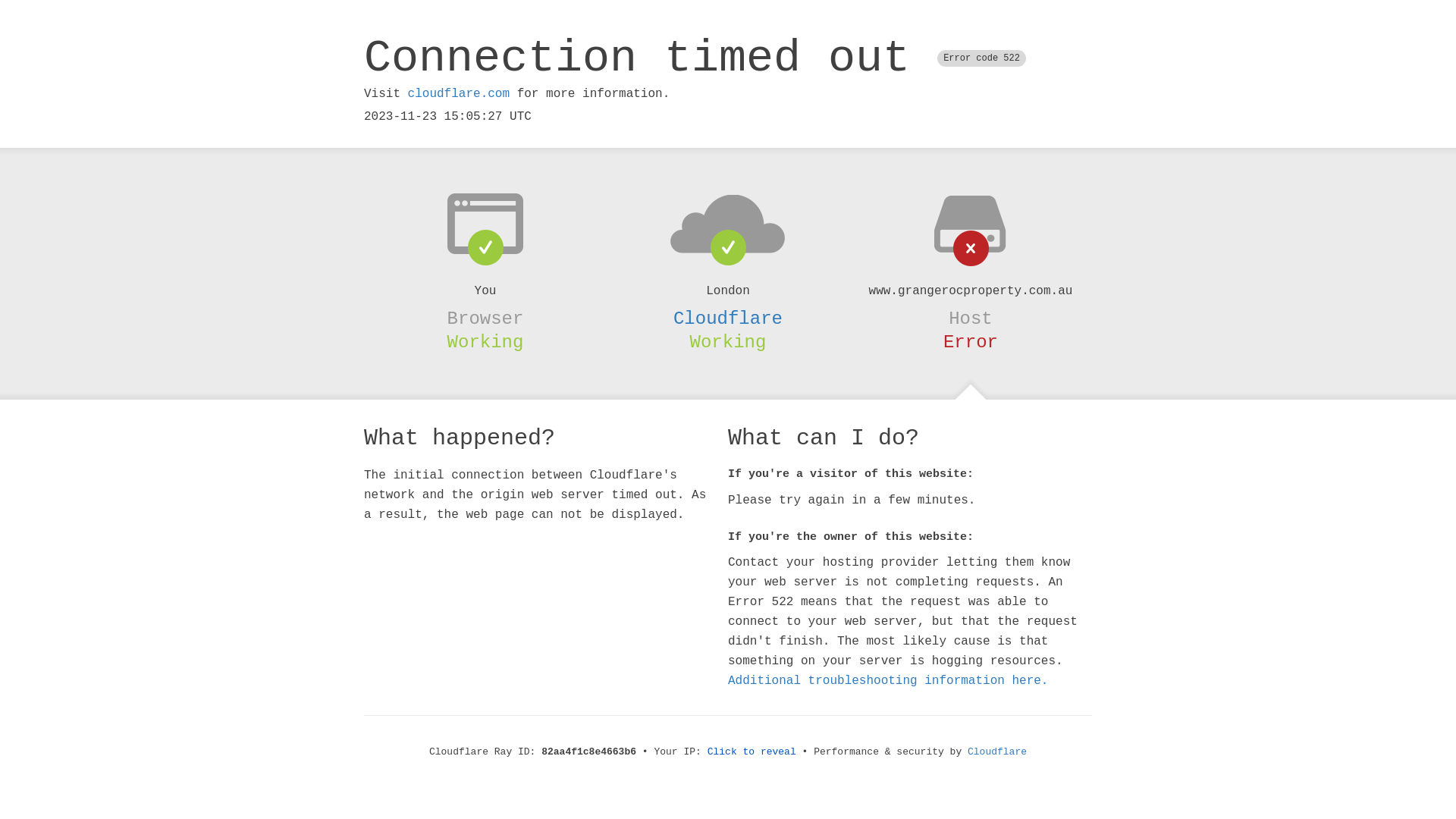  What do you see at coordinates (967, 752) in the screenshot?
I see `'Cloudflare'` at bounding box center [967, 752].